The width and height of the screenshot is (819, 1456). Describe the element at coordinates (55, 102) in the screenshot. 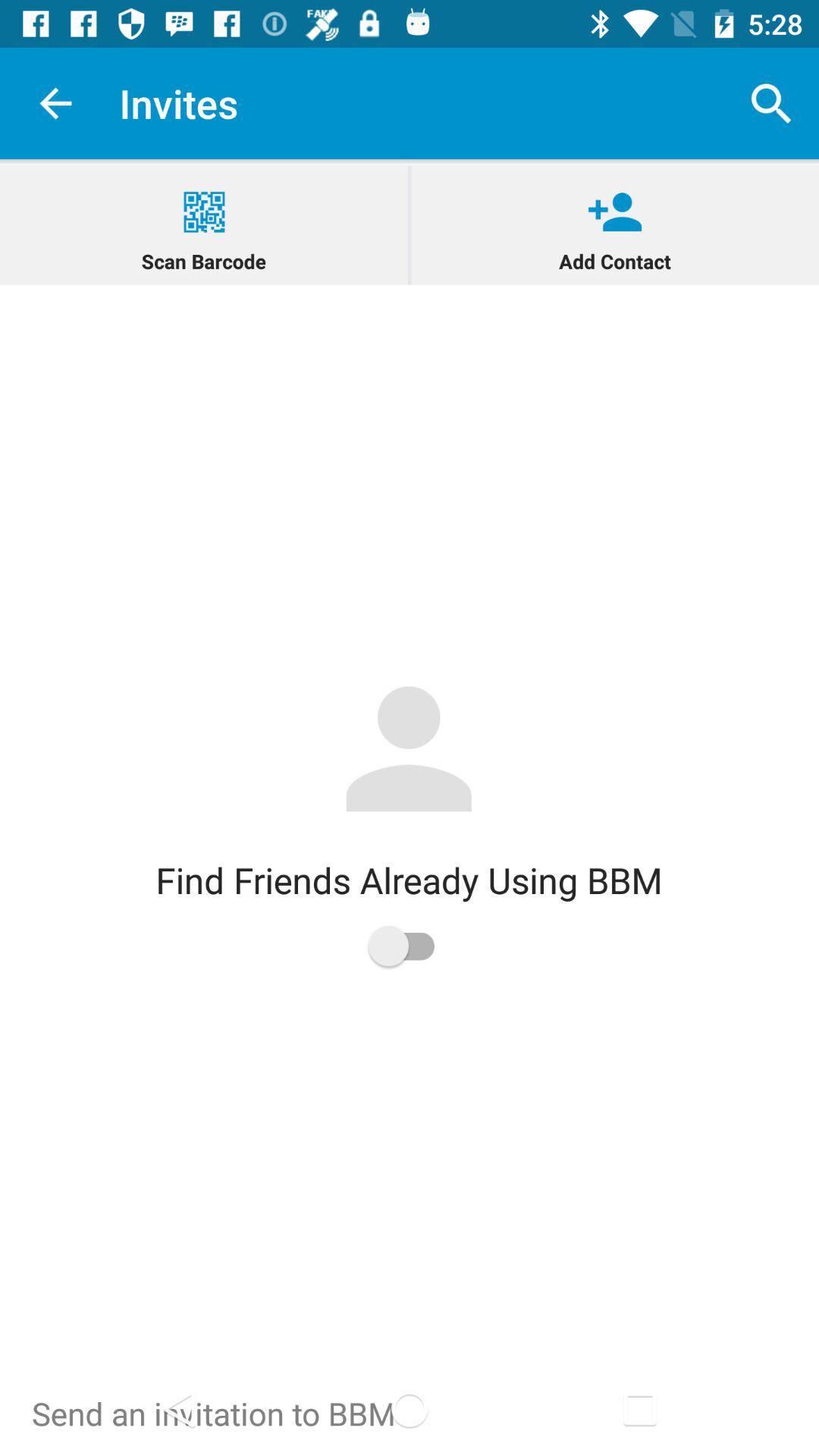

I see `app to the left of invites app` at that location.